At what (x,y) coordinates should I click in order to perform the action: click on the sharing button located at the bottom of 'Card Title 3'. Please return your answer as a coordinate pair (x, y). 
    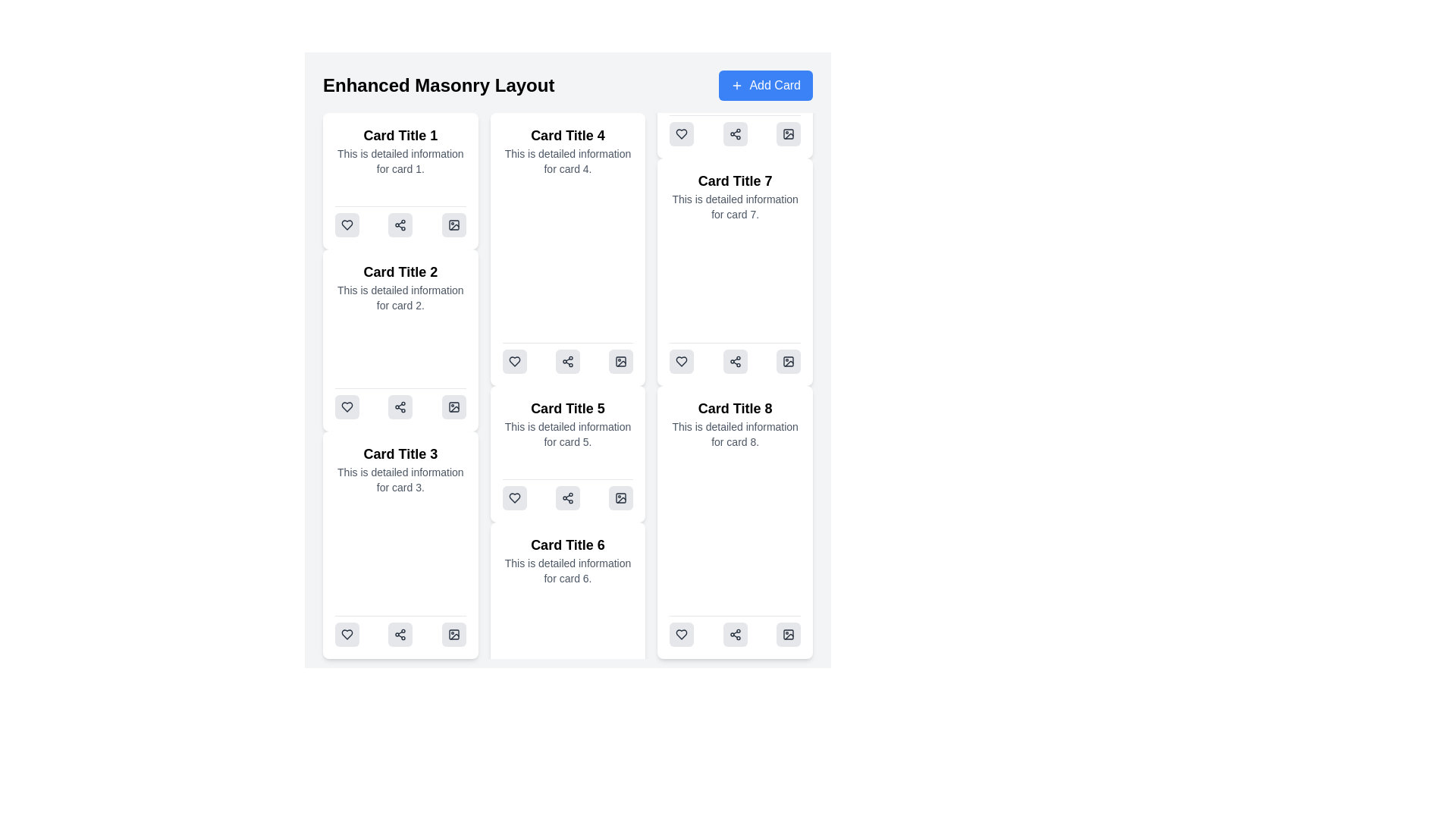
    Looking at the image, I should click on (400, 631).